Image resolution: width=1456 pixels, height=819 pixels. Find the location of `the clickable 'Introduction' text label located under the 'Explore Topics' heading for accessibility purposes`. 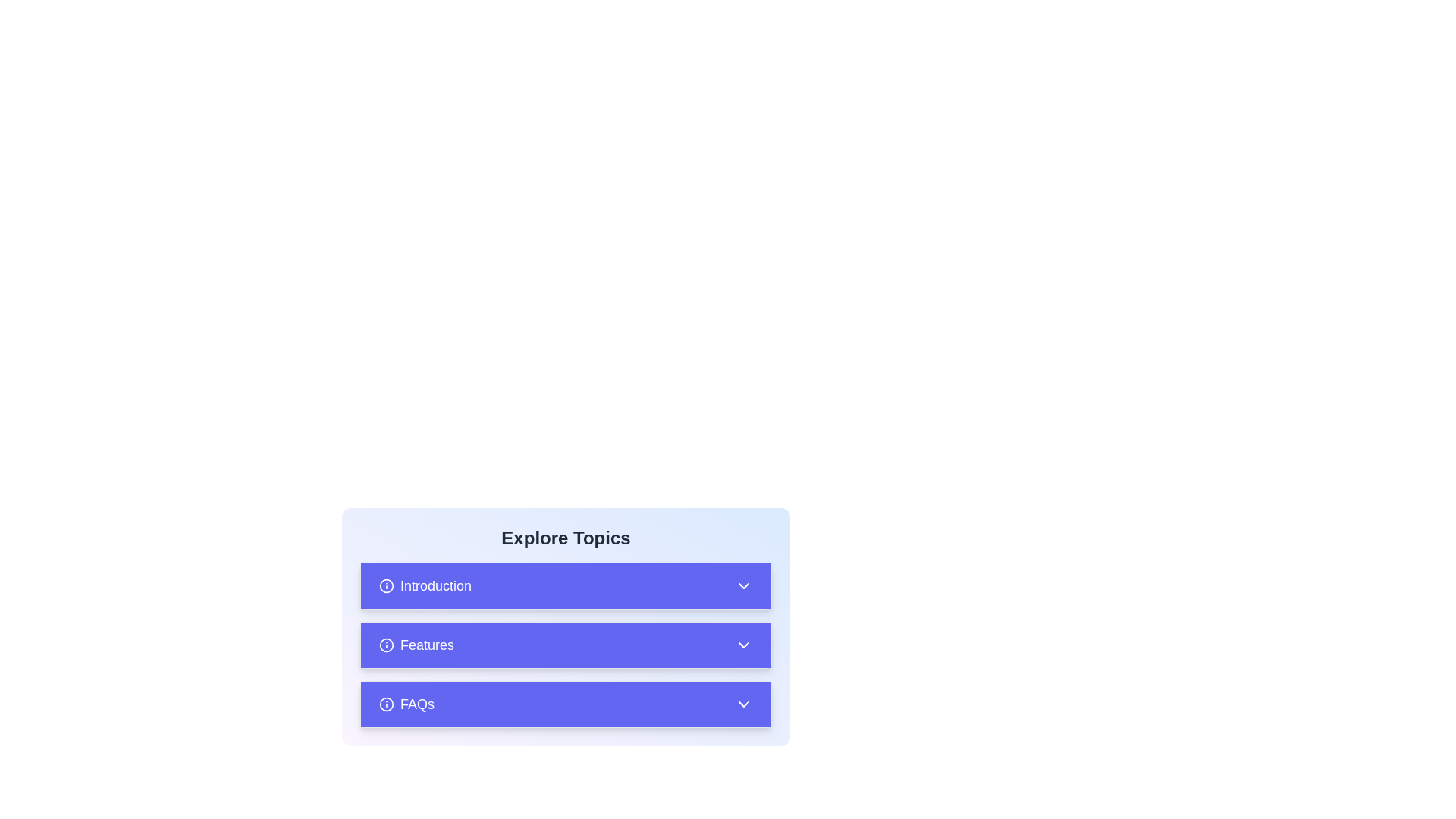

the clickable 'Introduction' text label located under the 'Explore Topics' heading for accessibility purposes is located at coordinates (435, 585).